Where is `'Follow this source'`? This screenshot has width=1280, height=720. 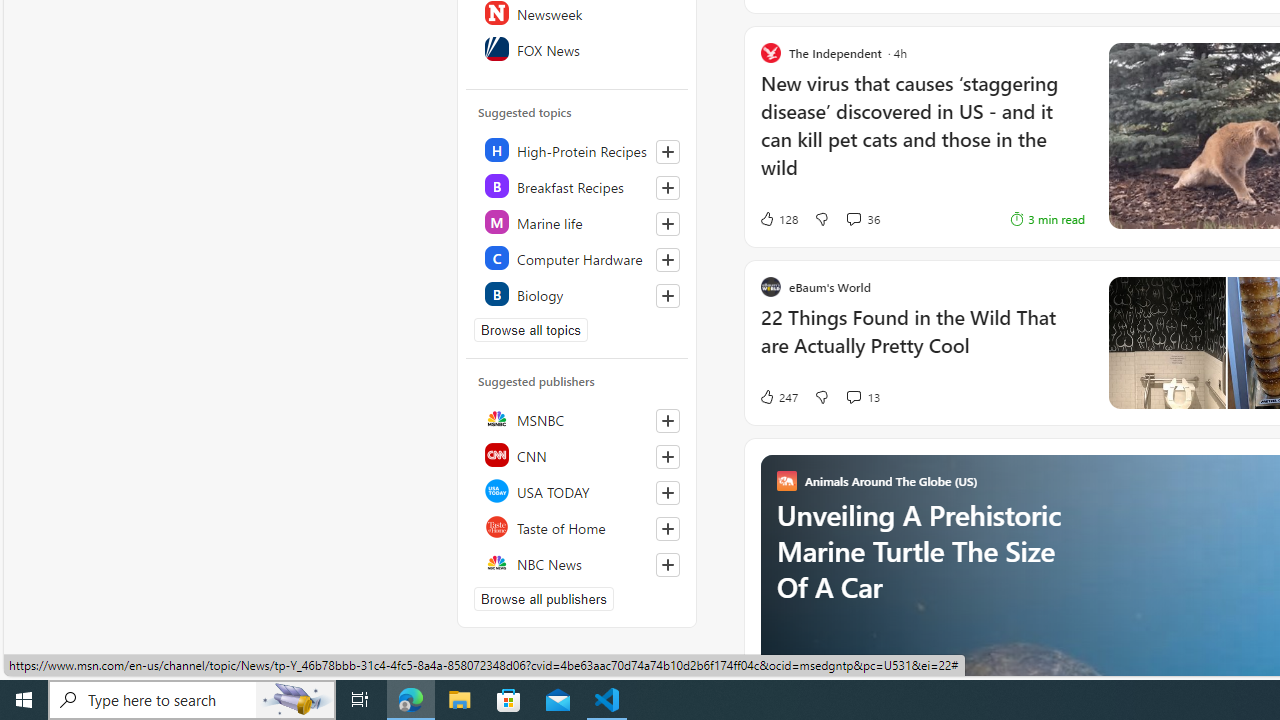 'Follow this source' is located at coordinates (668, 564).